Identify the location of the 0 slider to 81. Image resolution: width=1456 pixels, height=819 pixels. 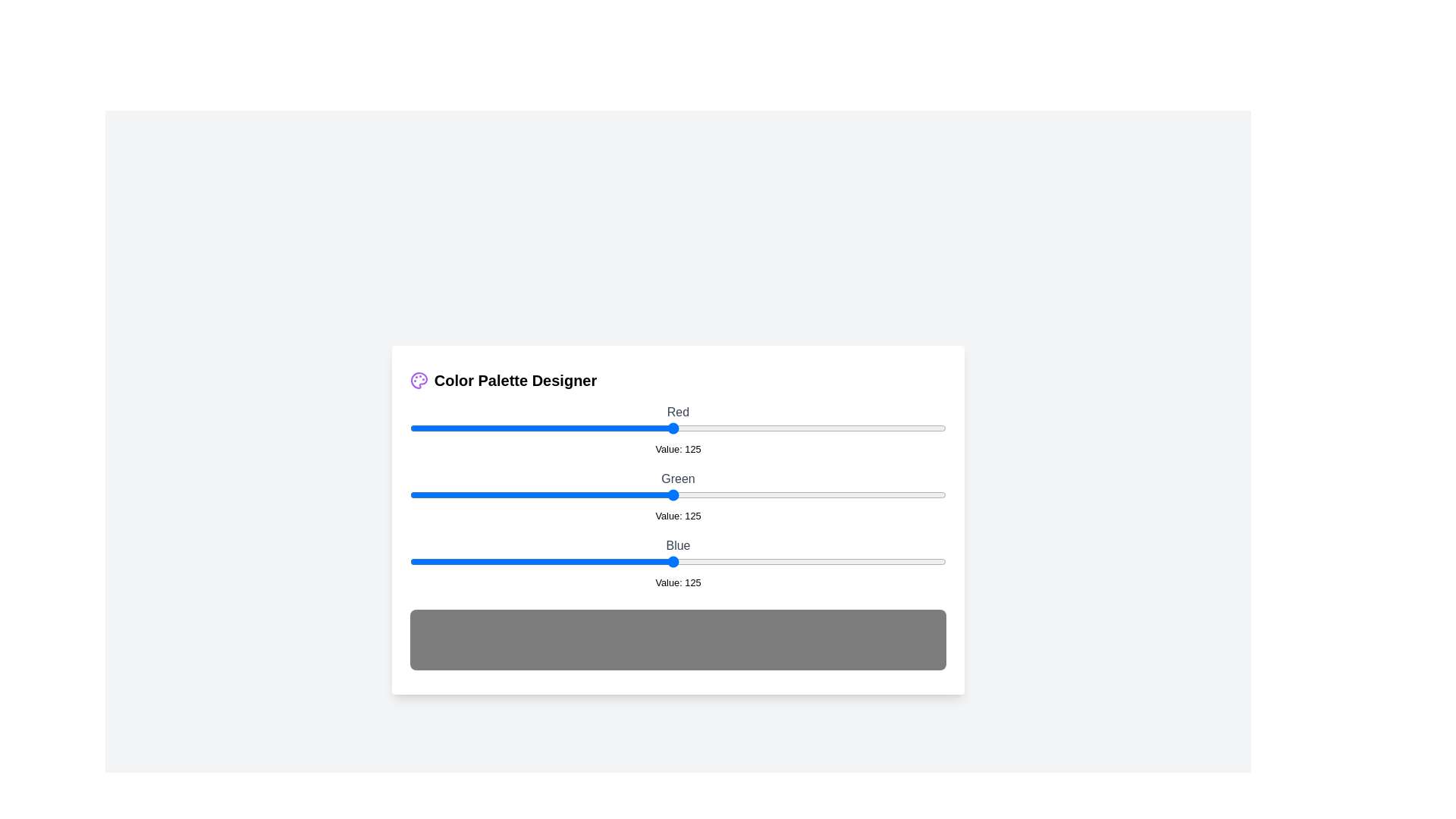
(579, 428).